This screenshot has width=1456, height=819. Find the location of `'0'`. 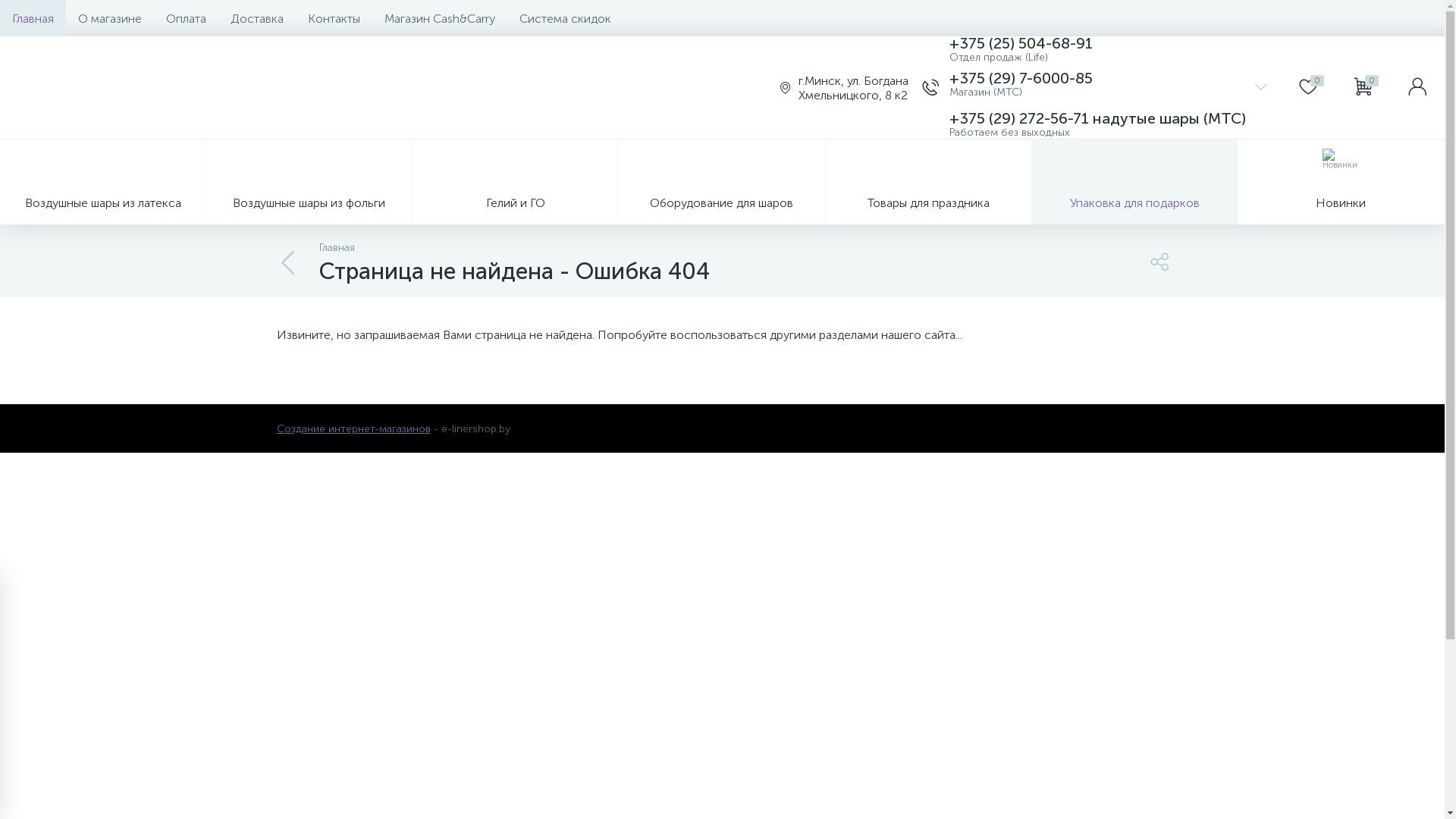

'0' is located at coordinates (1307, 87).